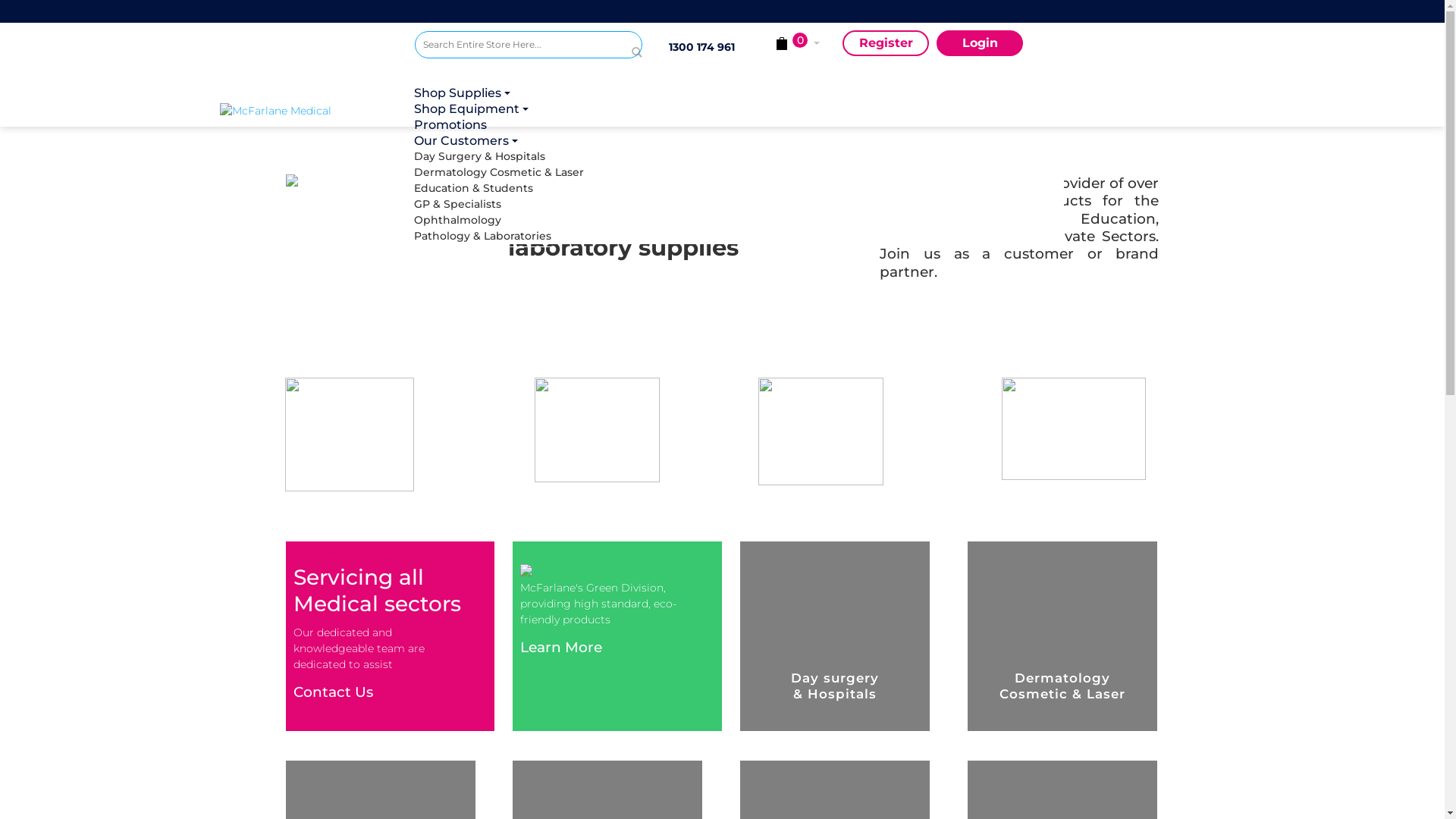 This screenshot has height=819, width=1456. I want to click on 'GP & Specialists', so click(457, 203).